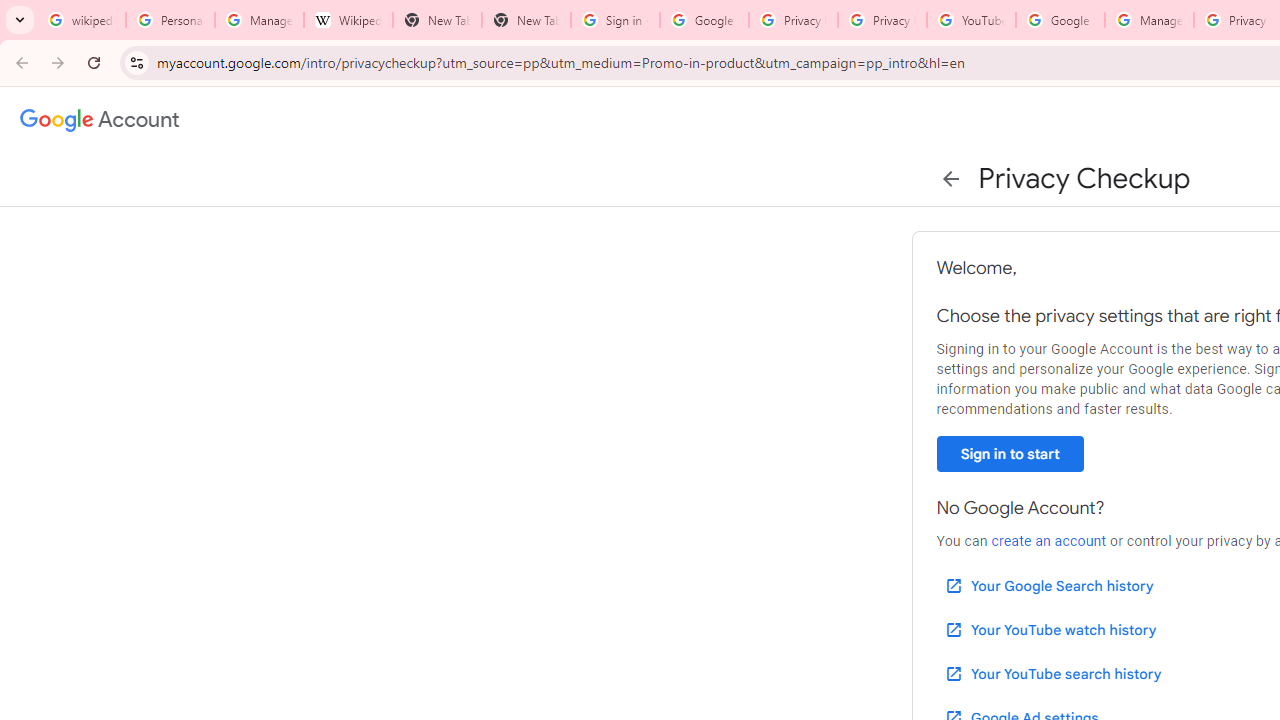  What do you see at coordinates (1047, 585) in the screenshot?
I see `'Your Google Search history'` at bounding box center [1047, 585].